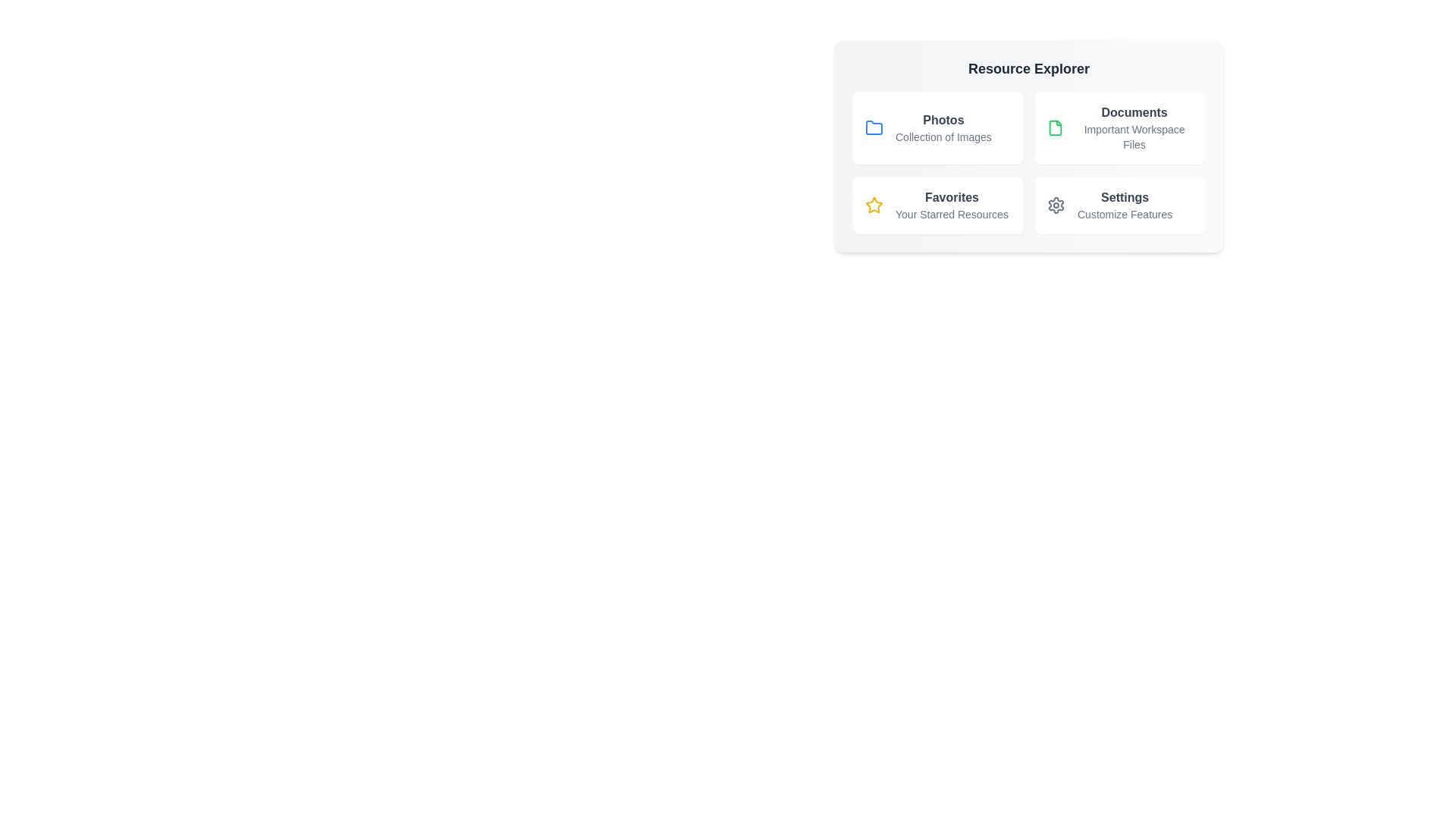 The image size is (1456, 819). Describe the element at coordinates (1120, 205) in the screenshot. I see `the Settings item to reveal additional details or effects` at that location.